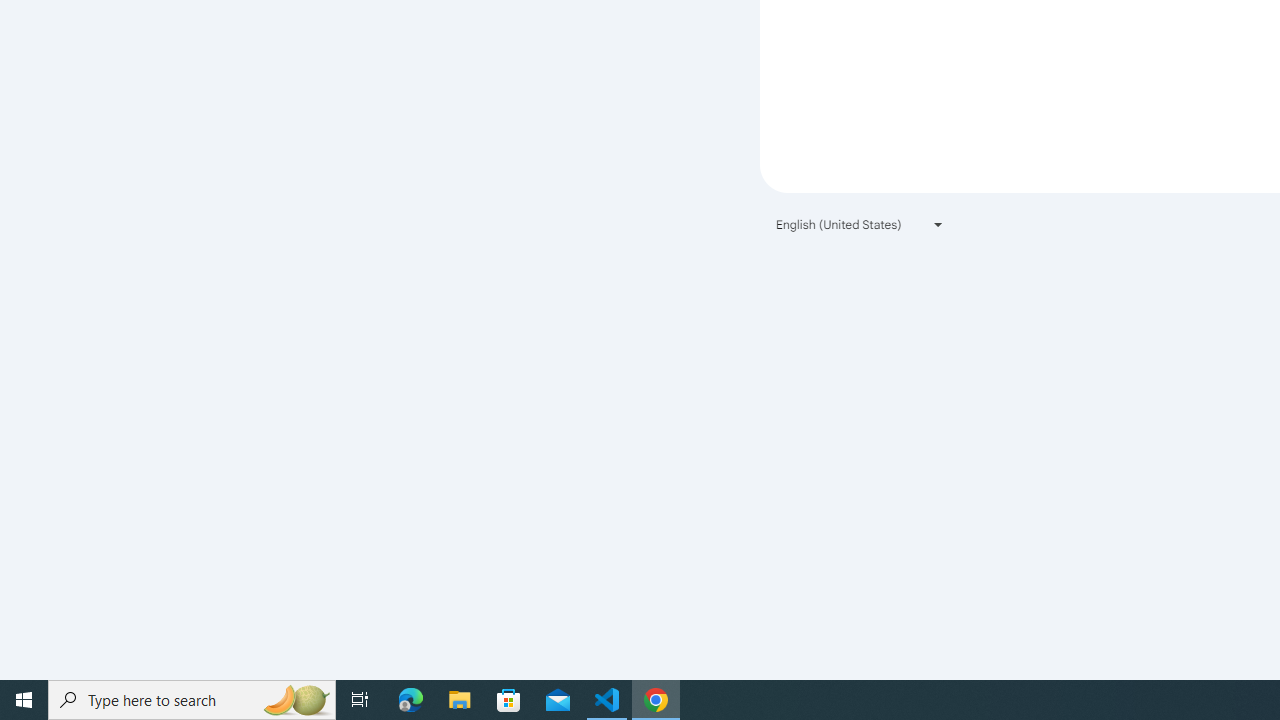 This screenshot has width=1280, height=720. Describe the element at coordinates (860, 224) in the screenshot. I see `'English (United States)'` at that location.